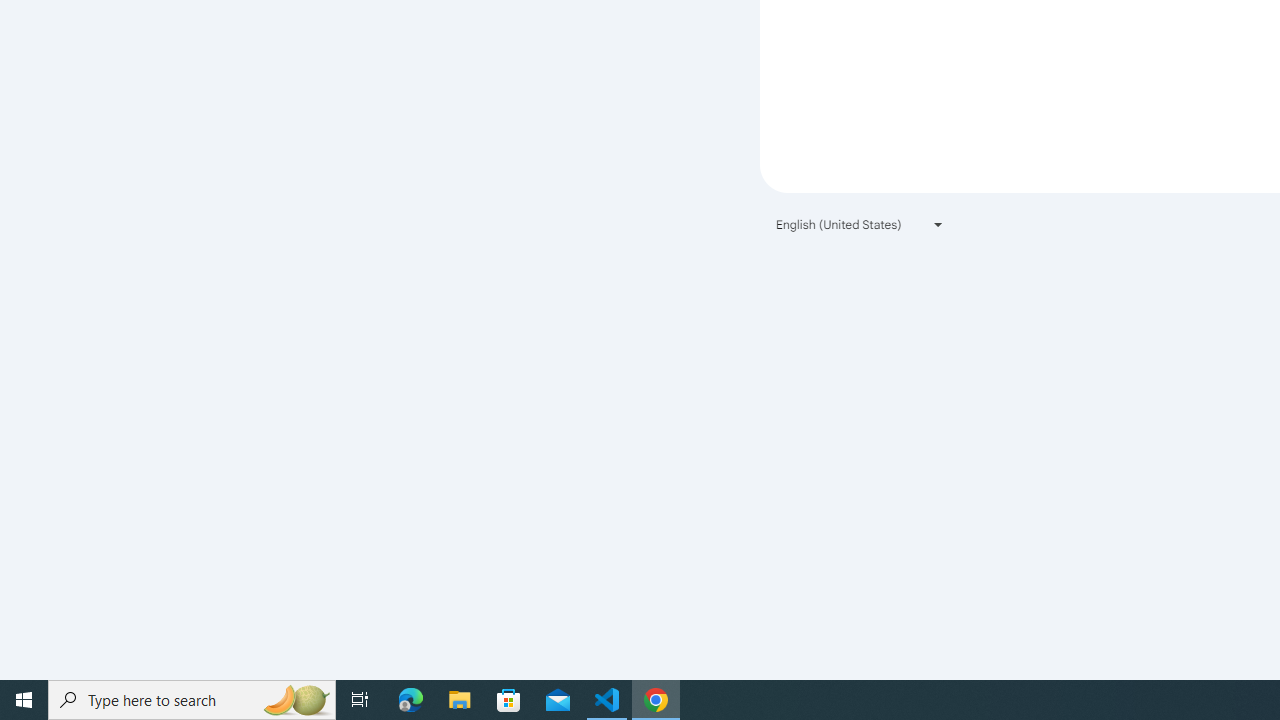 This screenshot has width=1280, height=720. Describe the element at coordinates (860, 224) in the screenshot. I see `'English (United States)'` at that location.